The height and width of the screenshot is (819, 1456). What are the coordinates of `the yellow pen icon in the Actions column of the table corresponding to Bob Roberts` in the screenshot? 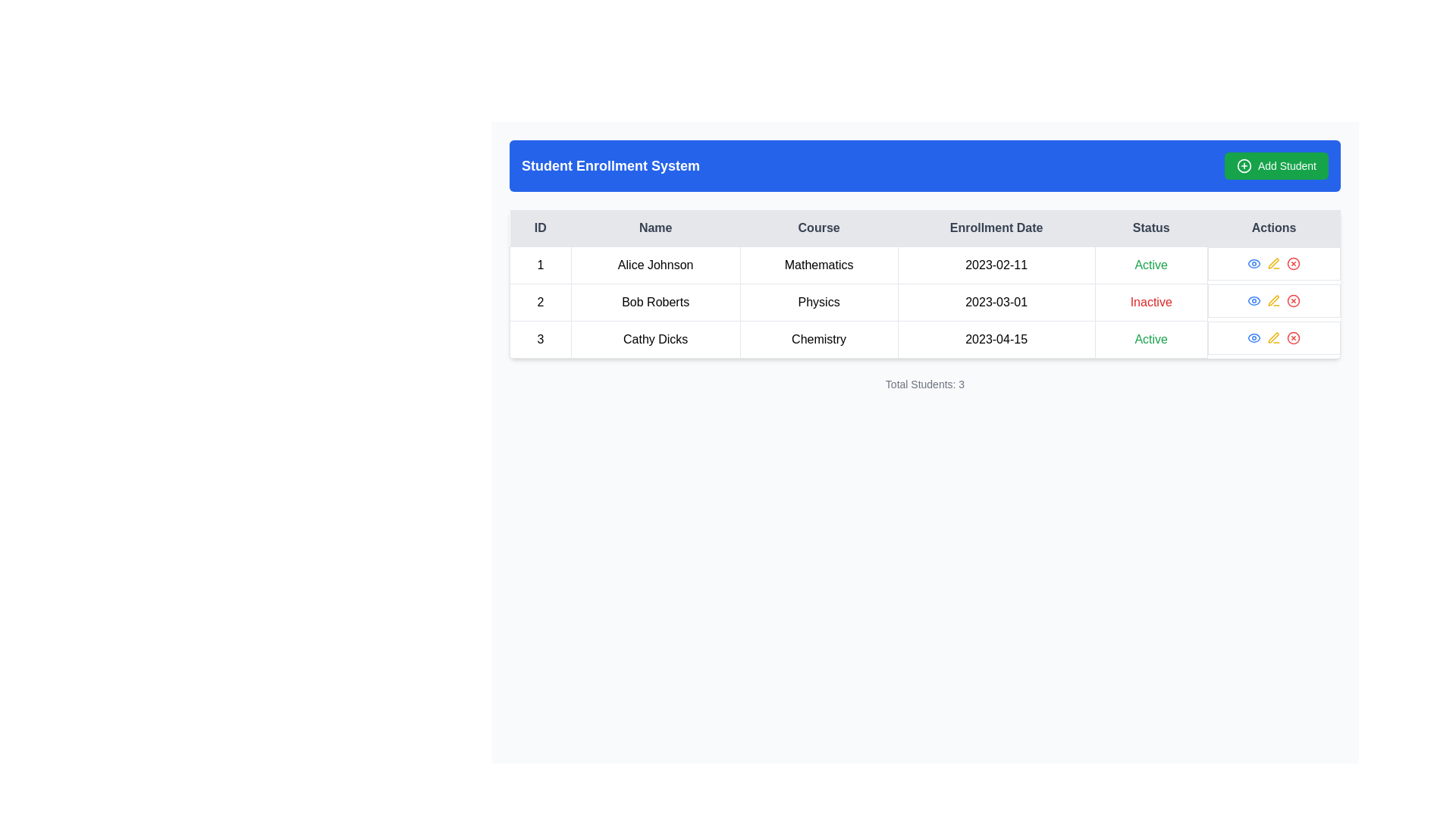 It's located at (1274, 337).